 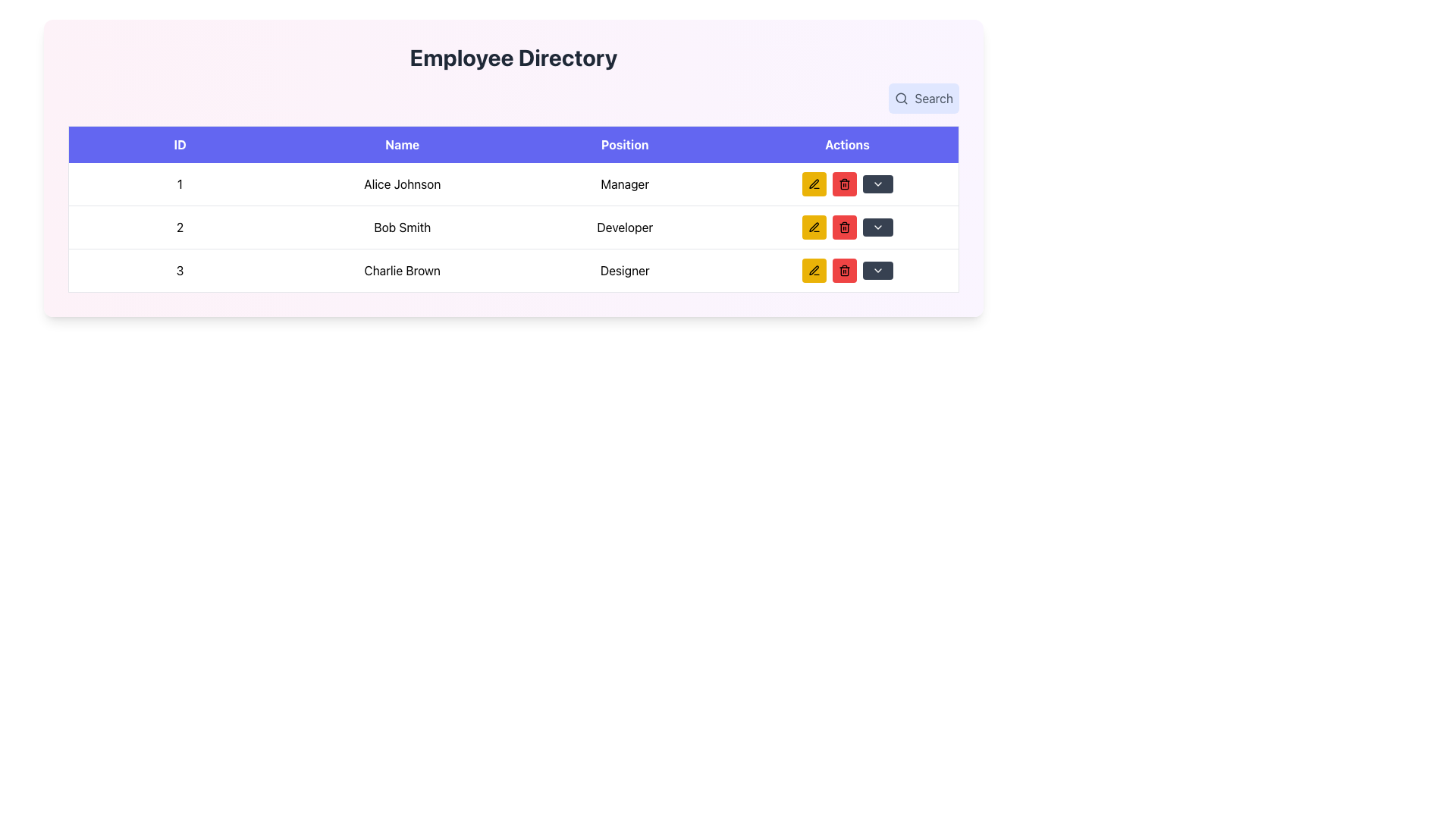 I want to click on the dropdown toggle button located in the 'Actions' column of the first row in the 'Employee Directory' interface, so click(x=877, y=184).